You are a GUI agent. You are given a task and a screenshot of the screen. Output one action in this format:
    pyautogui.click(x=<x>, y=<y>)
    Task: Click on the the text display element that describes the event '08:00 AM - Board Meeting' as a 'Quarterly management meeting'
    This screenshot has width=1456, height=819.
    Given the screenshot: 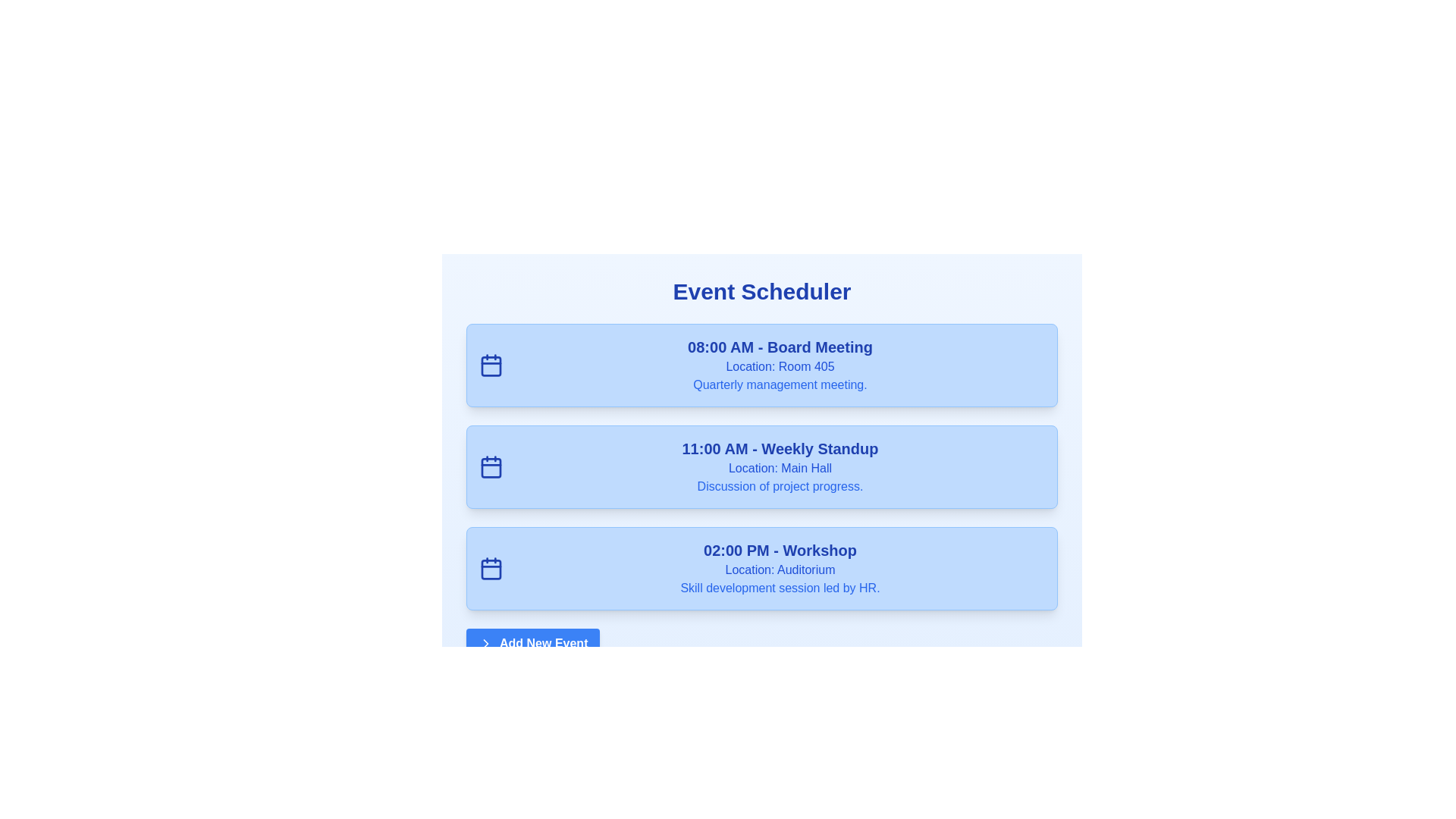 What is the action you would take?
    pyautogui.click(x=780, y=384)
    